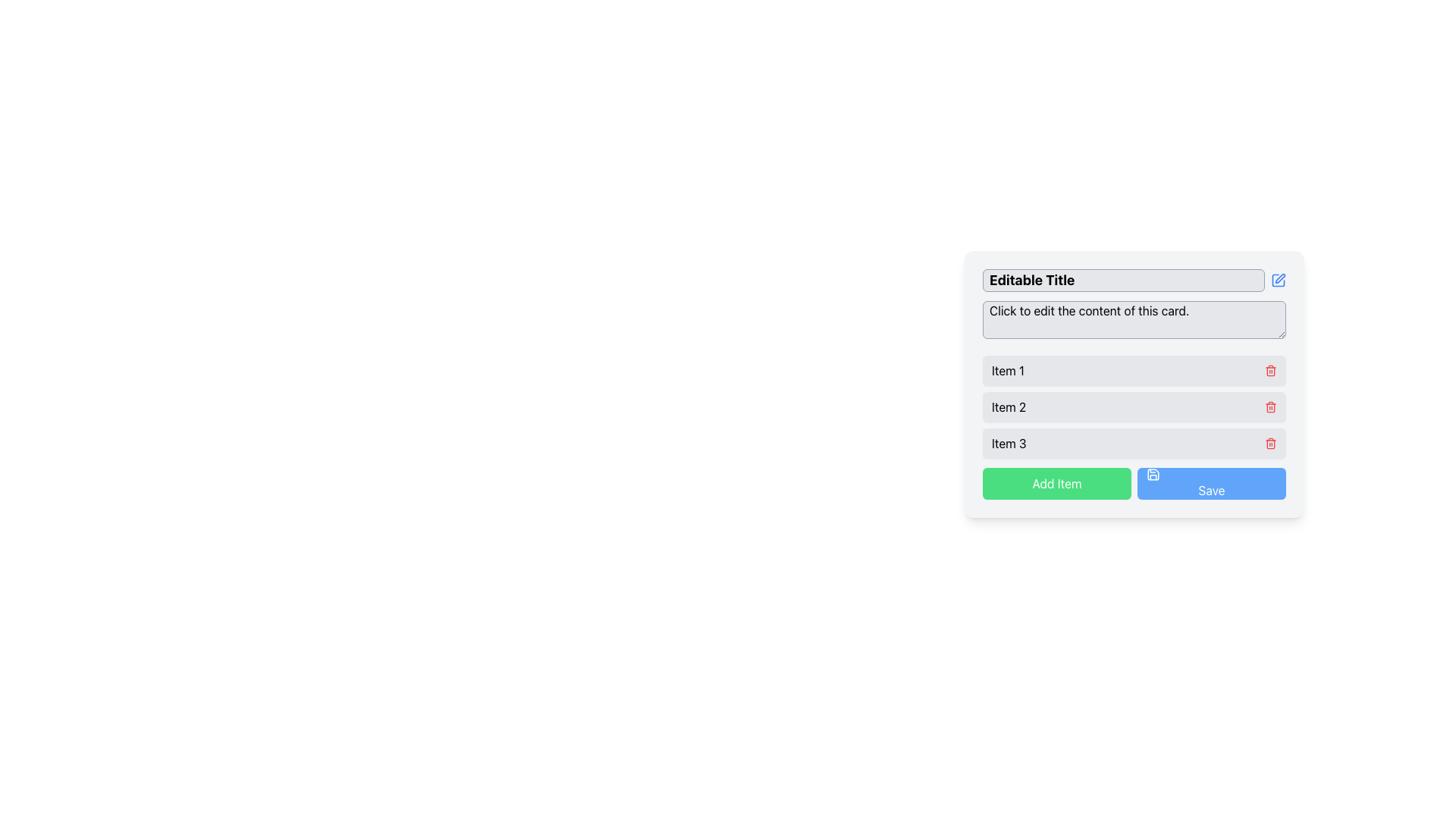 Image resolution: width=1456 pixels, height=819 pixels. Describe the element at coordinates (1153, 473) in the screenshot. I see `the first segment of the save icon, which is a rectangular shape with a tapering side, located at the center of the UI near the bottom middle of the card interface` at that location.